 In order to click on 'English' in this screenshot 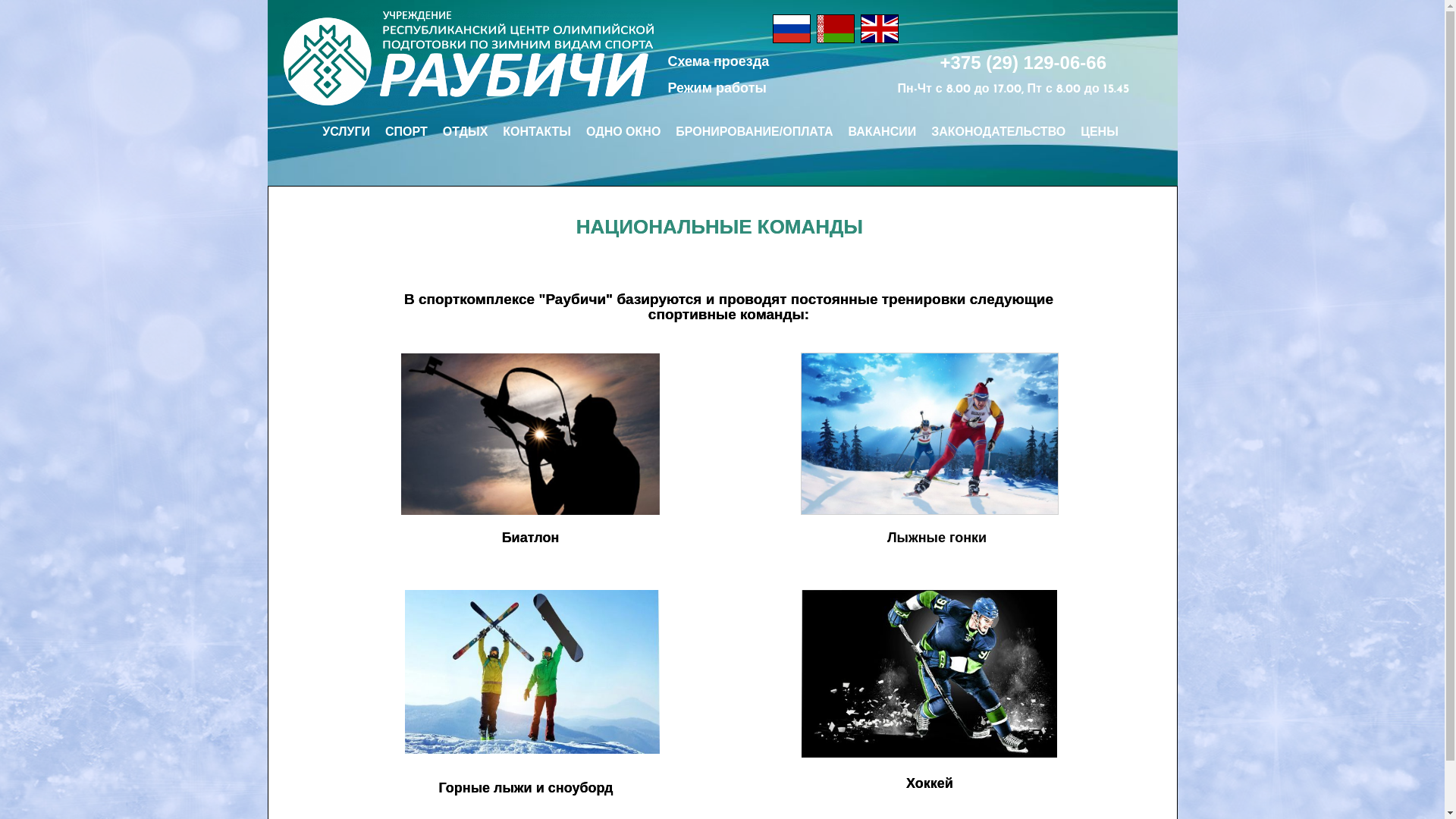, I will do `click(880, 29)`.